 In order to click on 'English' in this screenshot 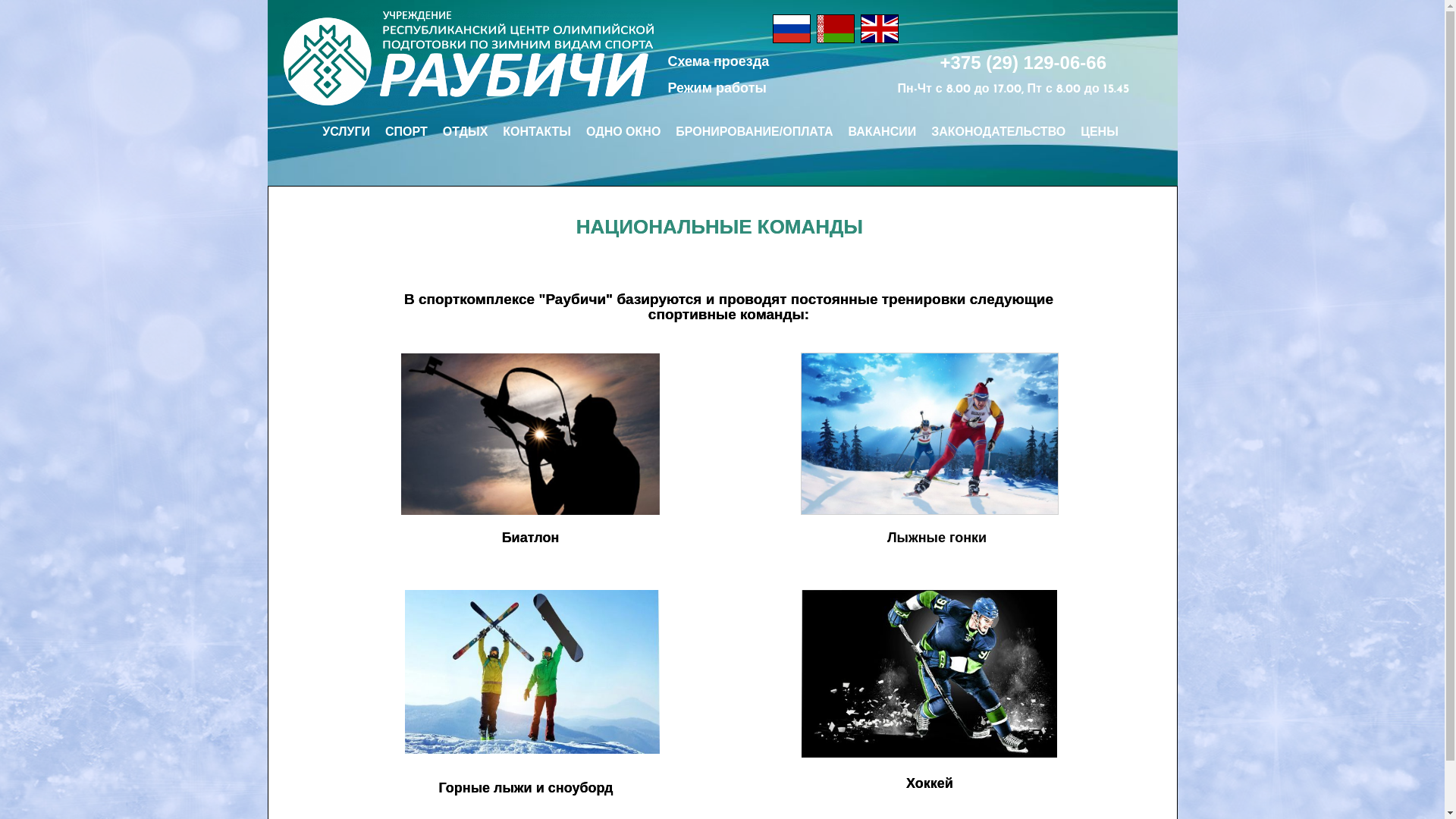, I will do `click(880, 29)`.